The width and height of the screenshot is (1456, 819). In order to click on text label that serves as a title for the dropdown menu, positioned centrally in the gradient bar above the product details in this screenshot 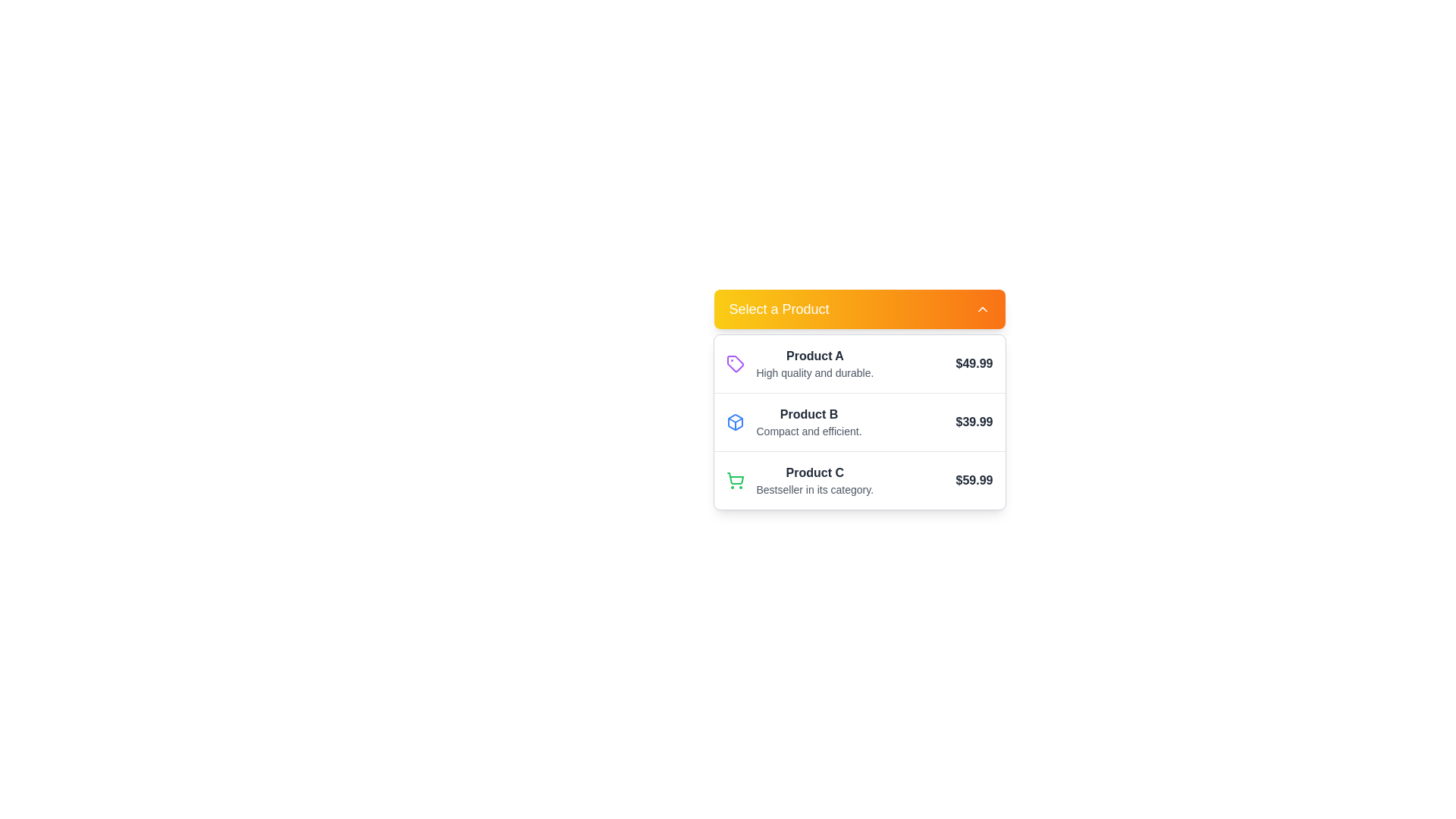, I will do `click(779, 309)`.